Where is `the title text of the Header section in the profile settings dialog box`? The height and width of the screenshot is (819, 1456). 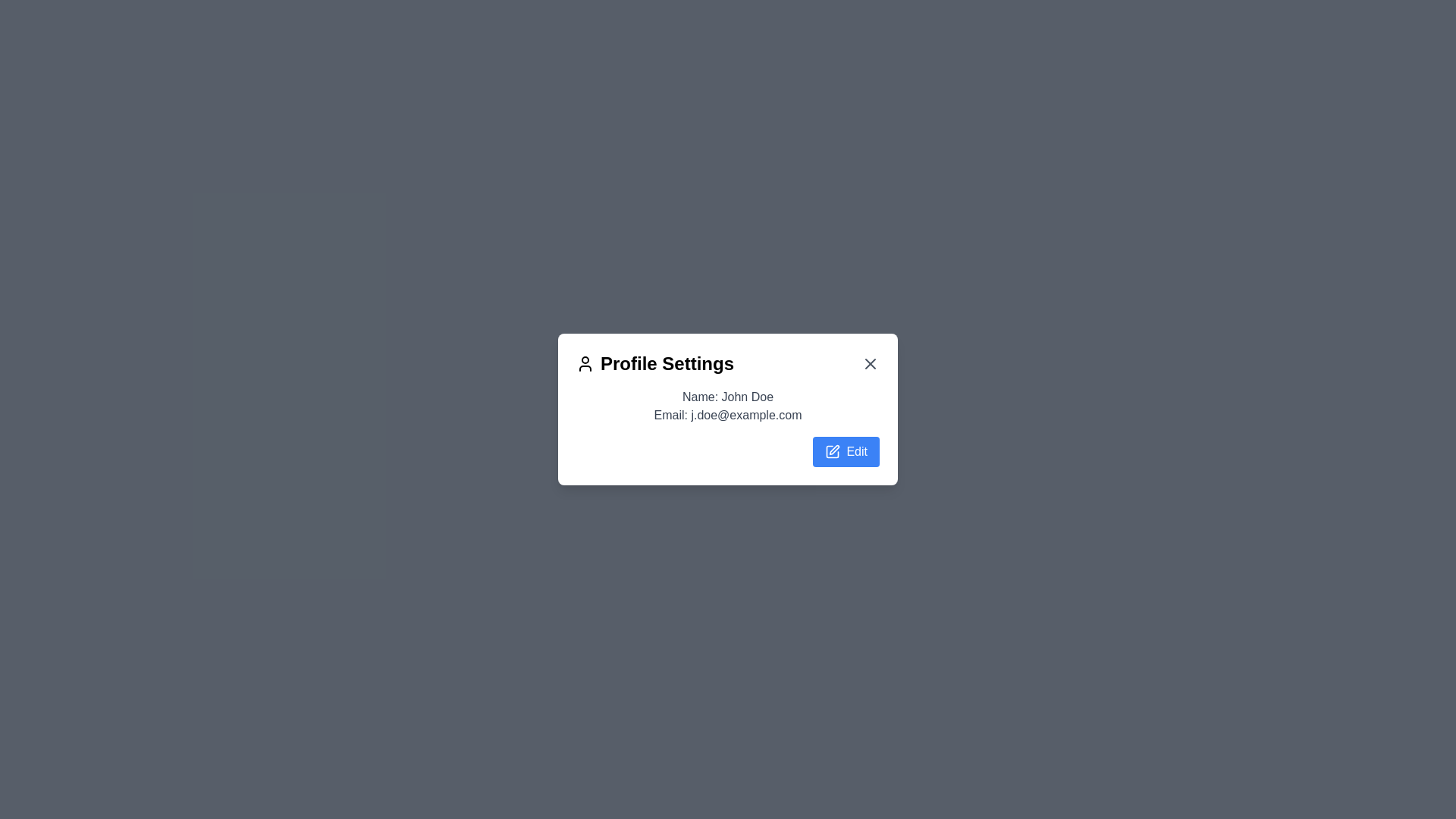
the title text of the Header section in the profile settings dialog box is located at coordinates (728, 363).